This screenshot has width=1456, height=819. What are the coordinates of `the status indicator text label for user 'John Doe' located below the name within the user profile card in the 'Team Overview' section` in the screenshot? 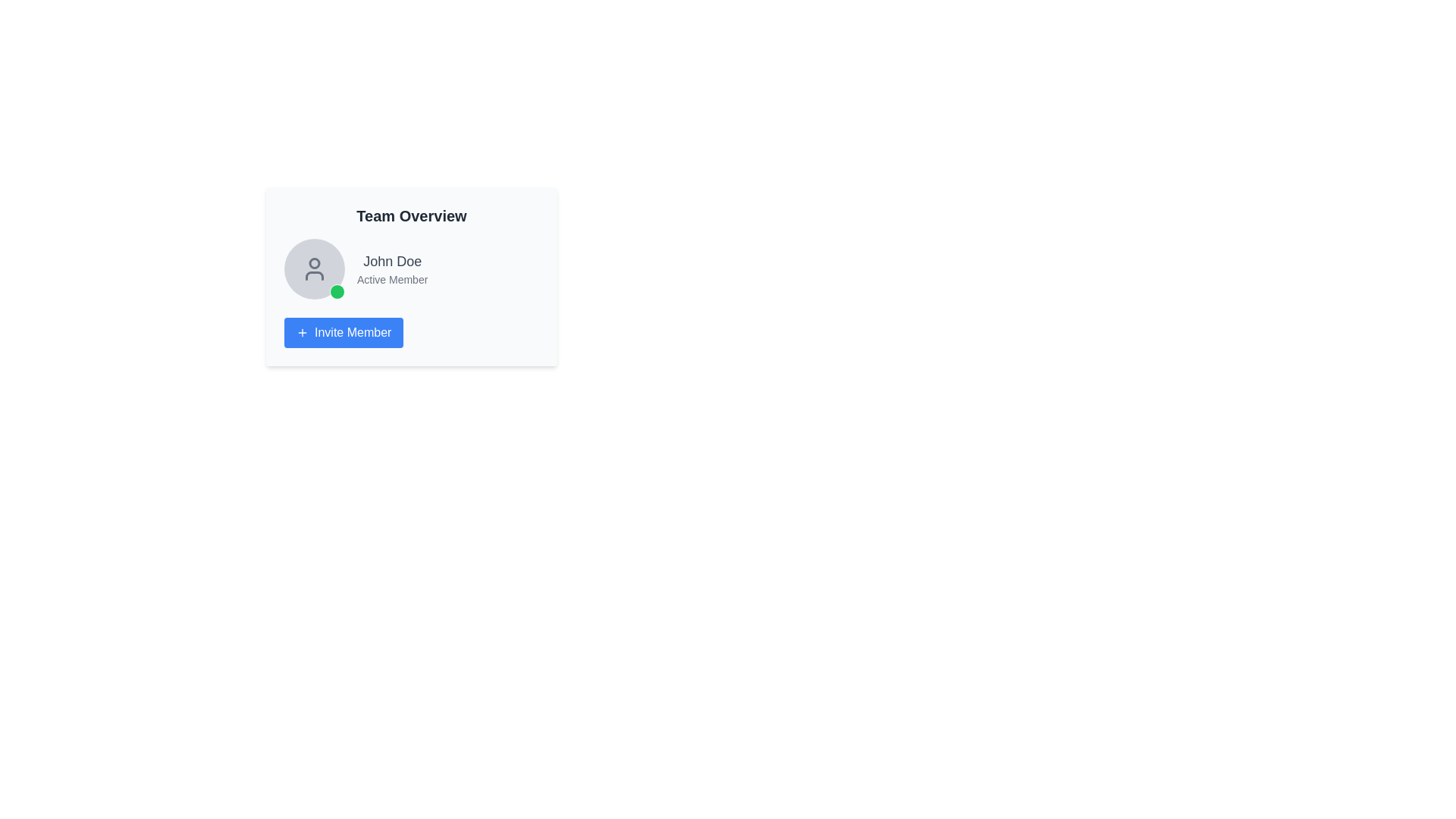 It's located at (392, 280).